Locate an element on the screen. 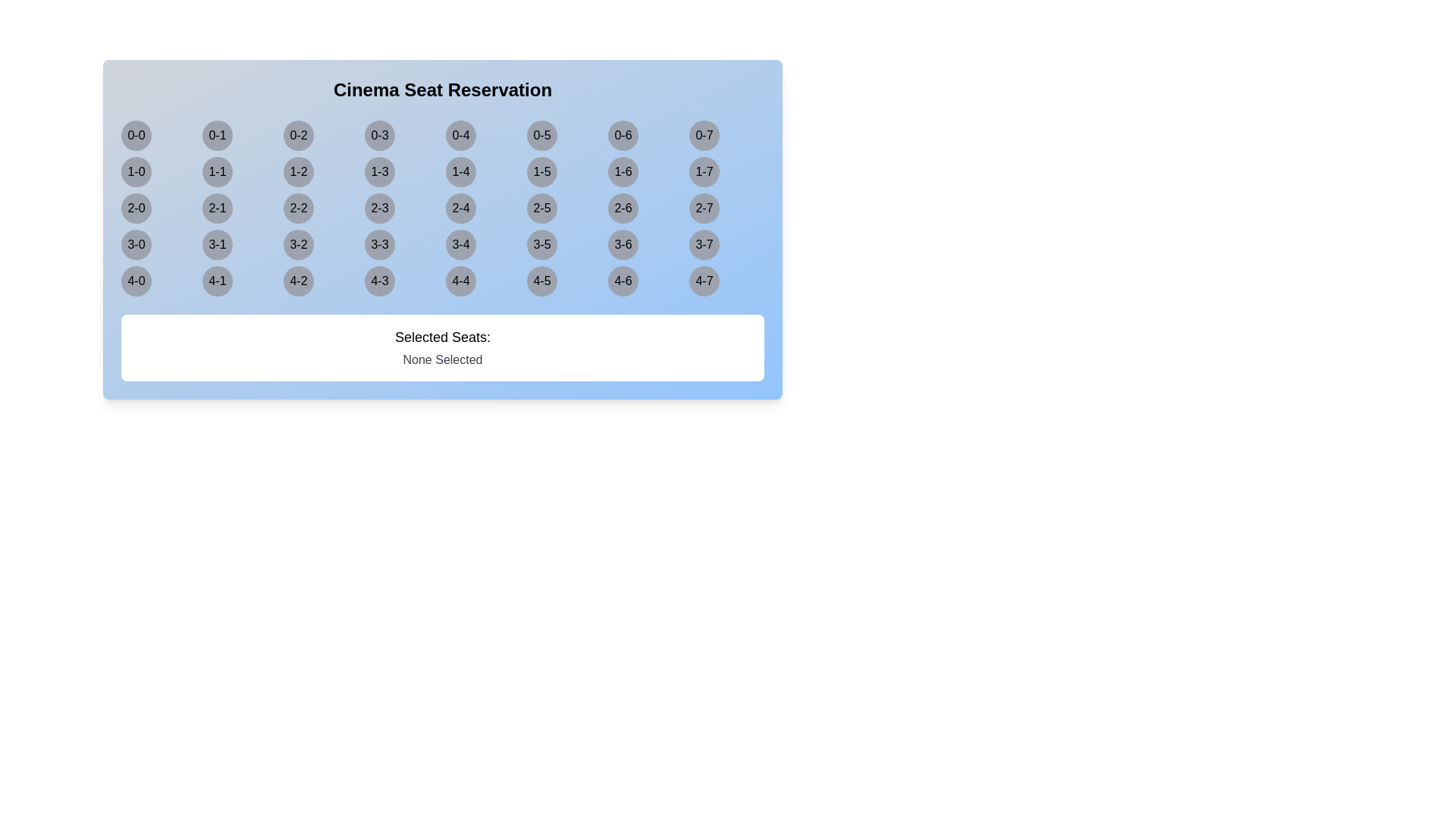 This screenshot has height=819, width=1456. the button labeled '2-0' which is the first button in the third row of a grid layout, located to the left of '2-1' and below '1-0' is located at coordinates (136, 208).